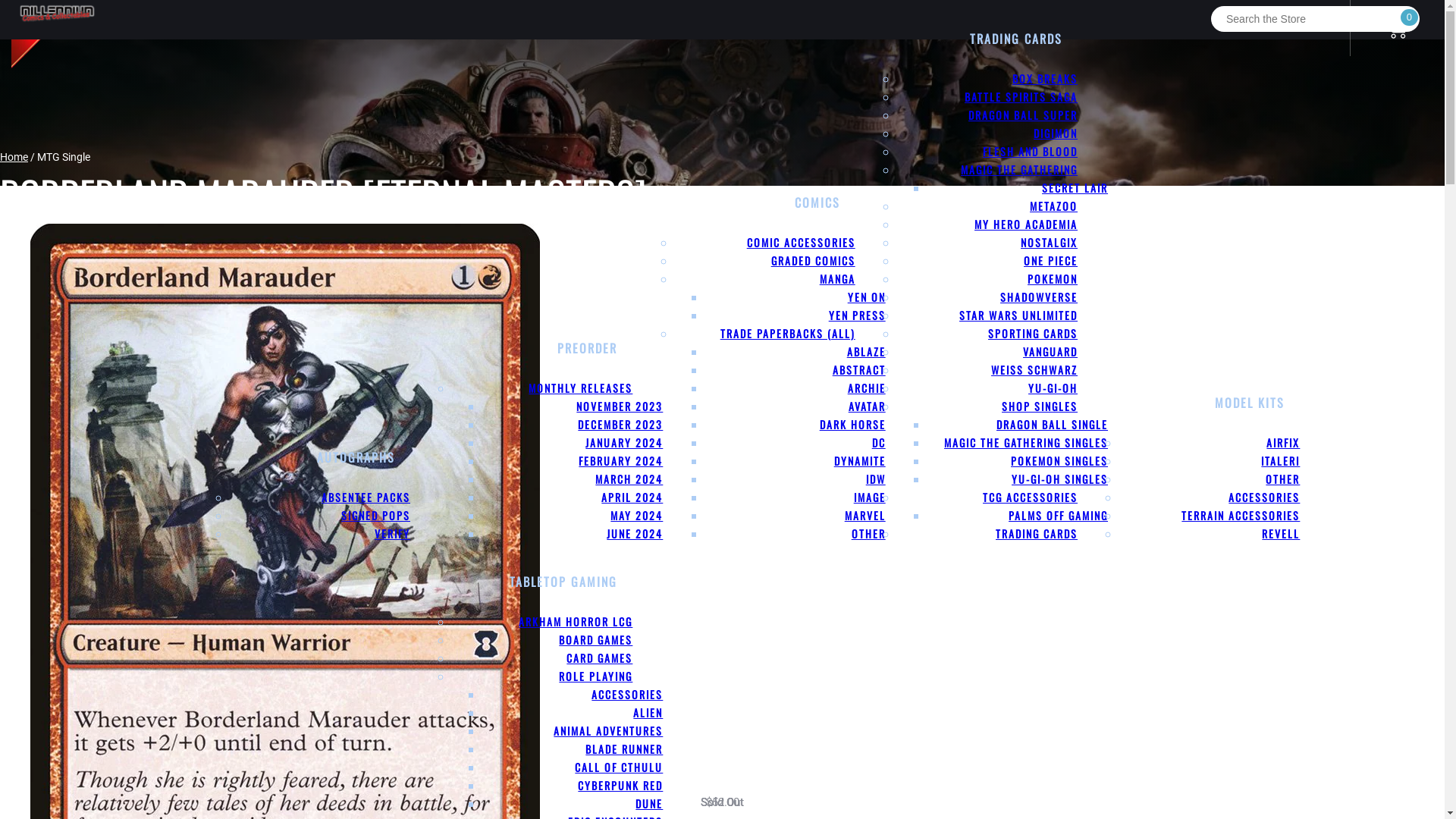 The image size is (1456, 819). I want to click on 'COMICS', so click(818, 201).